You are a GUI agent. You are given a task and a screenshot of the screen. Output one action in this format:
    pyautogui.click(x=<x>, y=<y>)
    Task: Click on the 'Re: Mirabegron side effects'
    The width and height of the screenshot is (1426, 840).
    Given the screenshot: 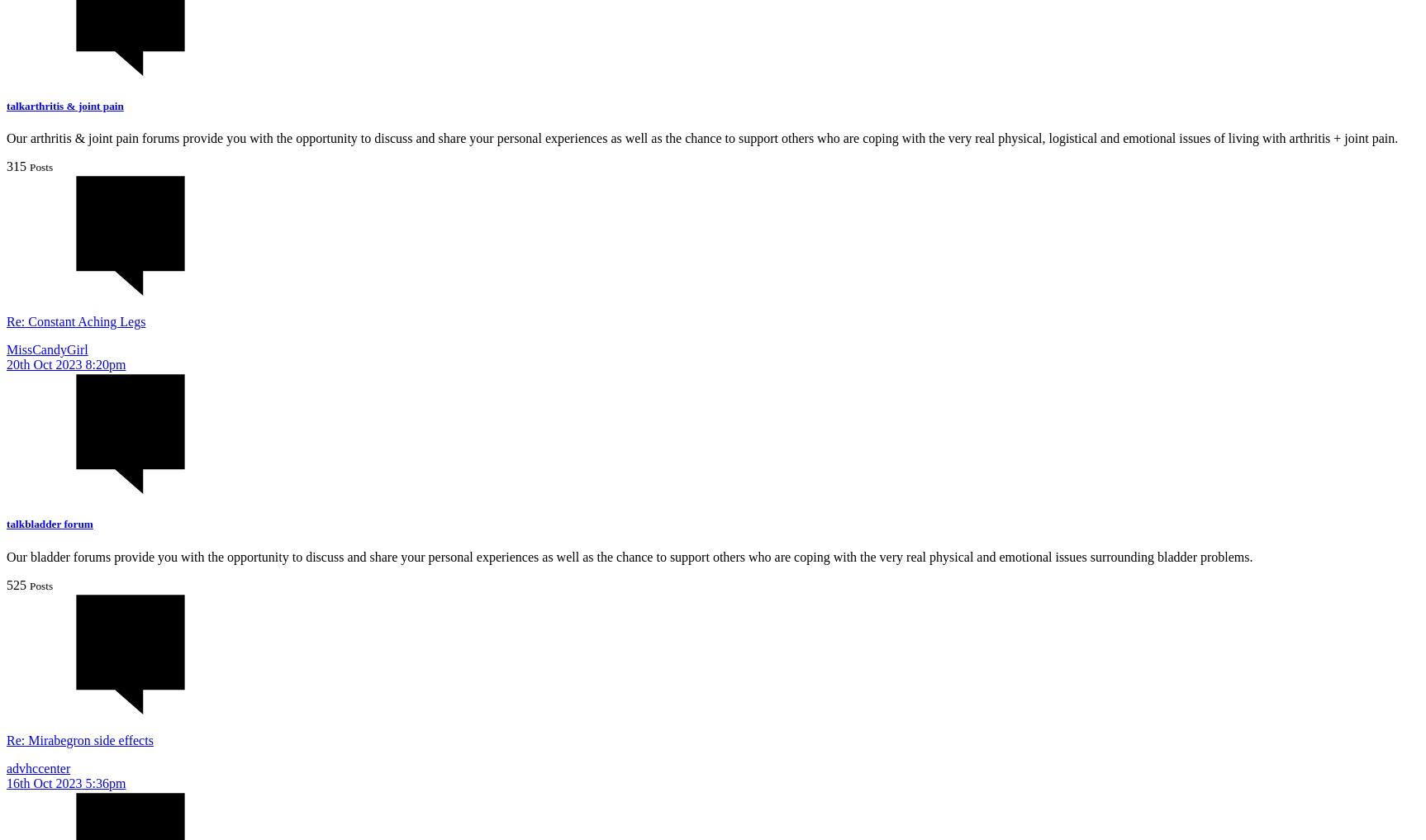 What is the action you would take?
    pyautogui.click(x=78, y=739)
    